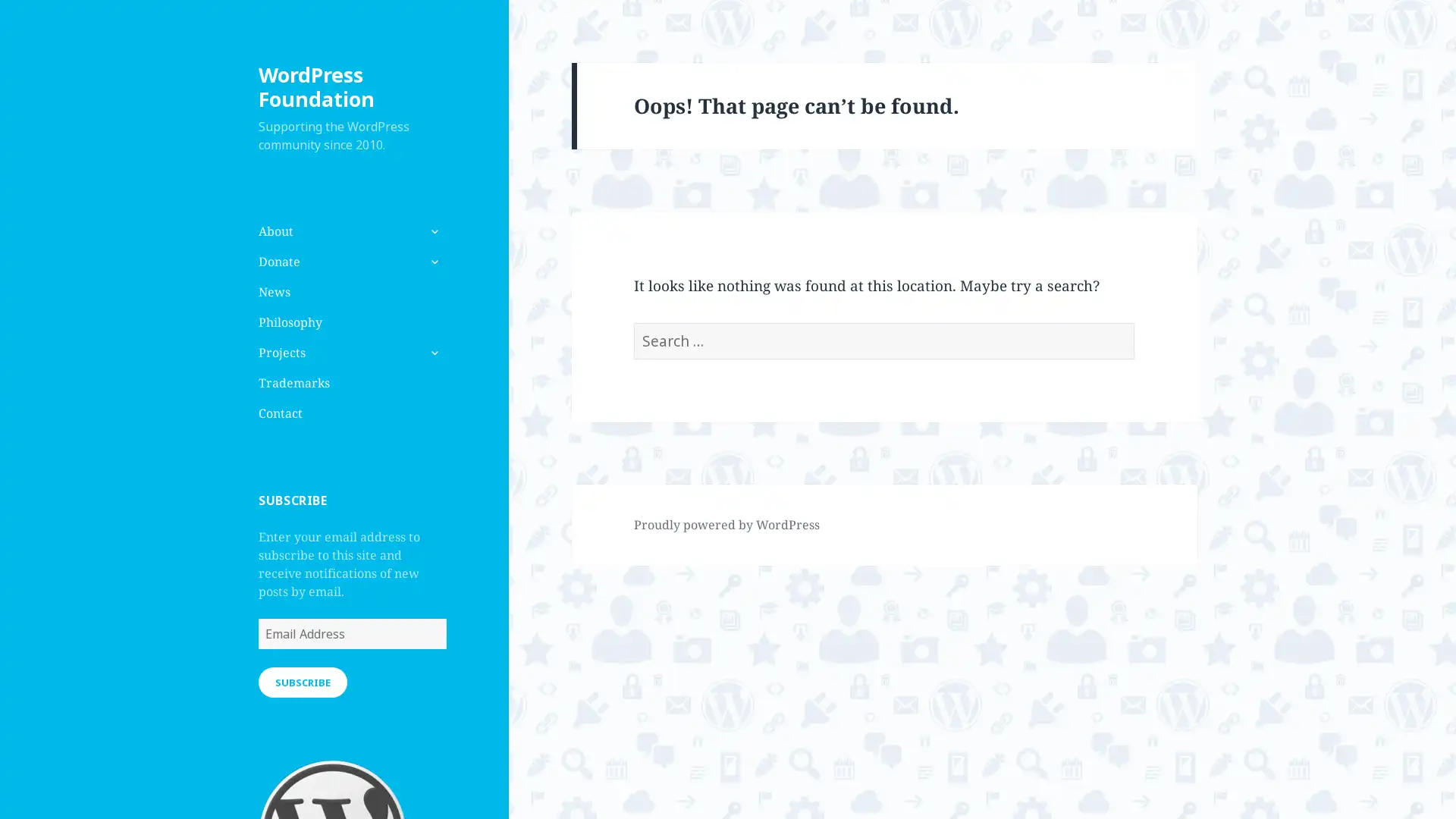 This screenshot has height=819, width=1456. I want to click on Search, so click(1134, 322).